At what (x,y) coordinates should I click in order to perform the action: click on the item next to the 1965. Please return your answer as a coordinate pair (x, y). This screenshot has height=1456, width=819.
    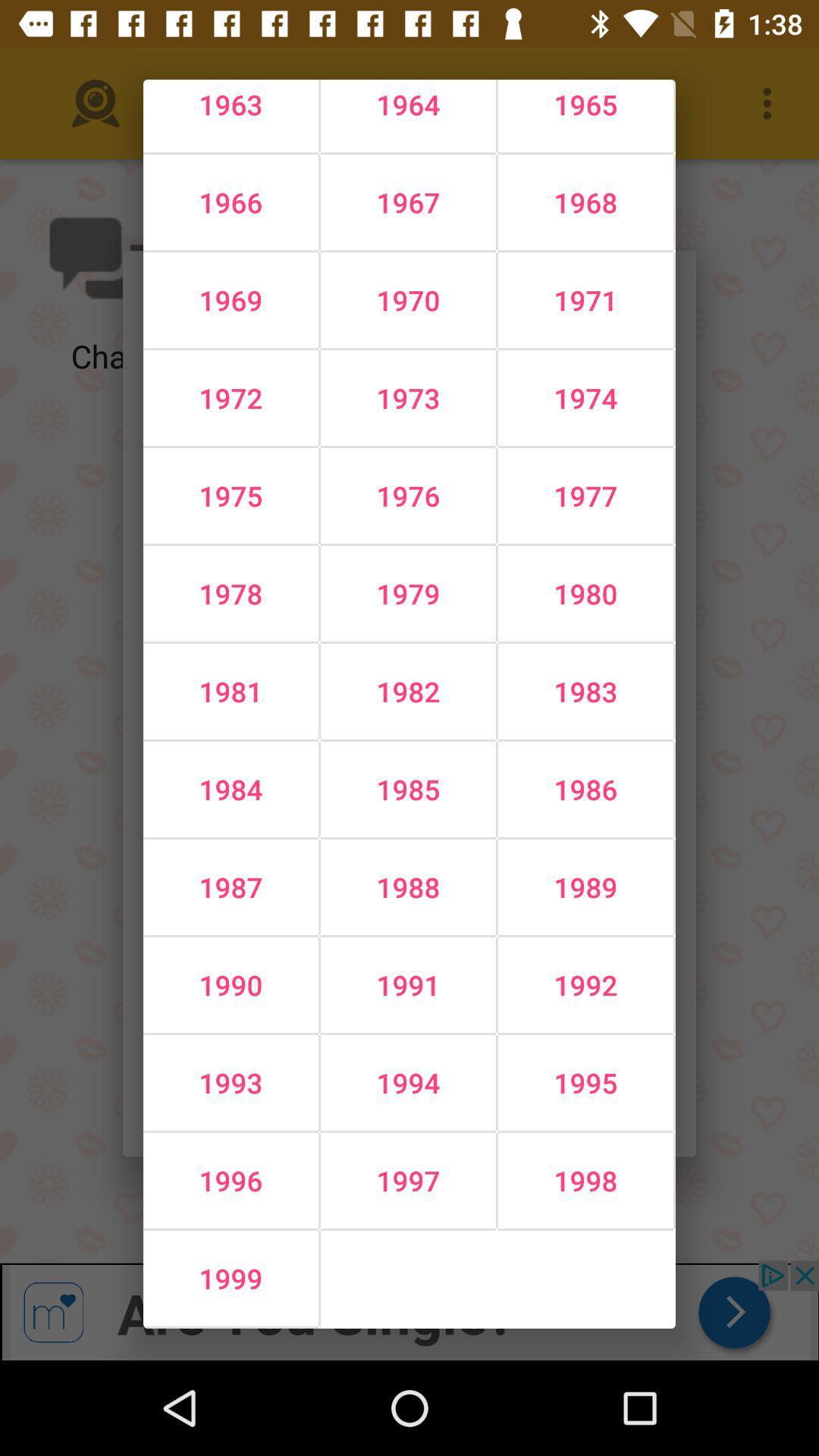
    Looking at the image, I should click on (407, 202).